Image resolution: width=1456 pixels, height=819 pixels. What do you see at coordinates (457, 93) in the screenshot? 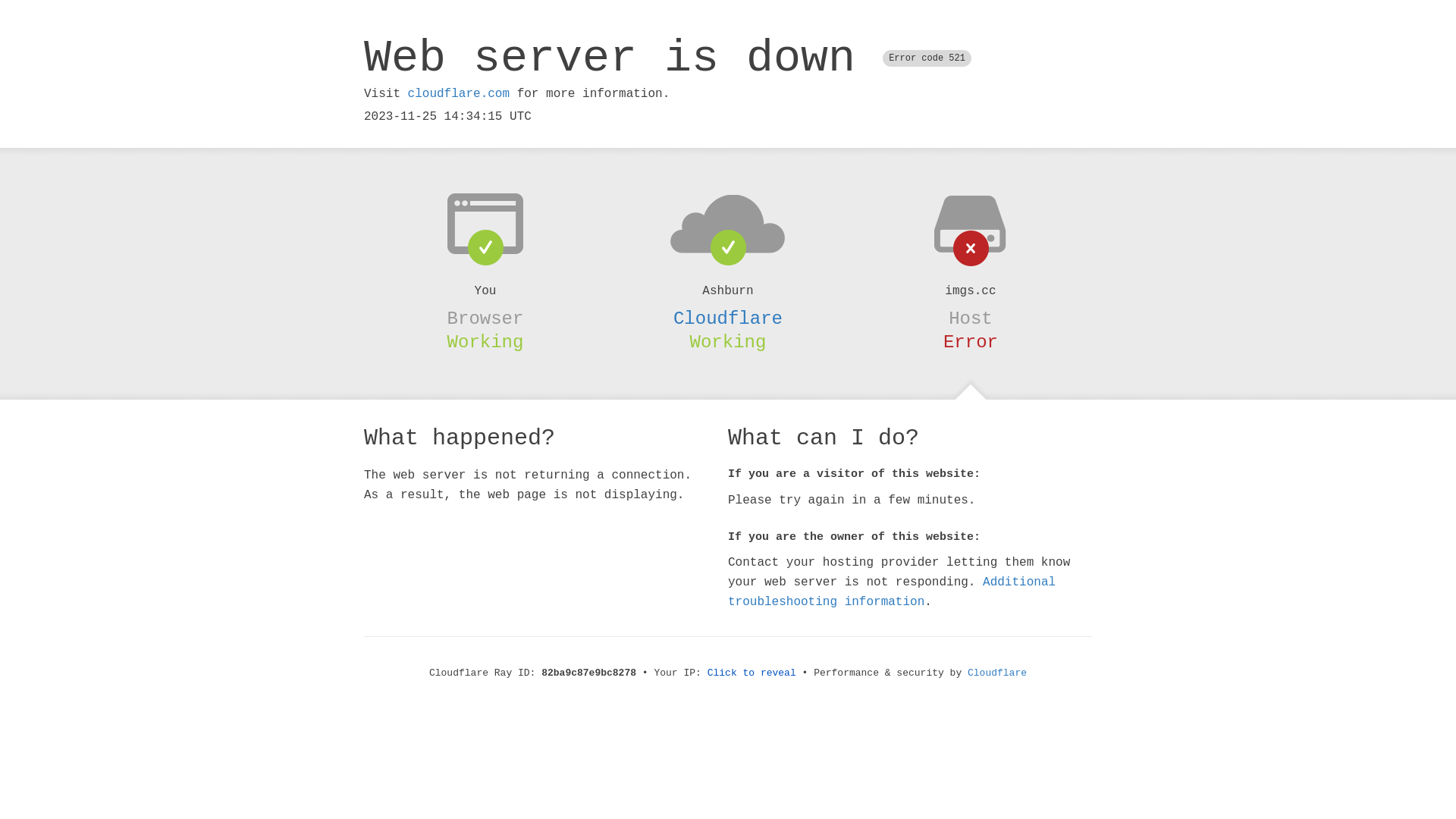
I see `'cloudflare.com'` at bounding box center [457, 93].